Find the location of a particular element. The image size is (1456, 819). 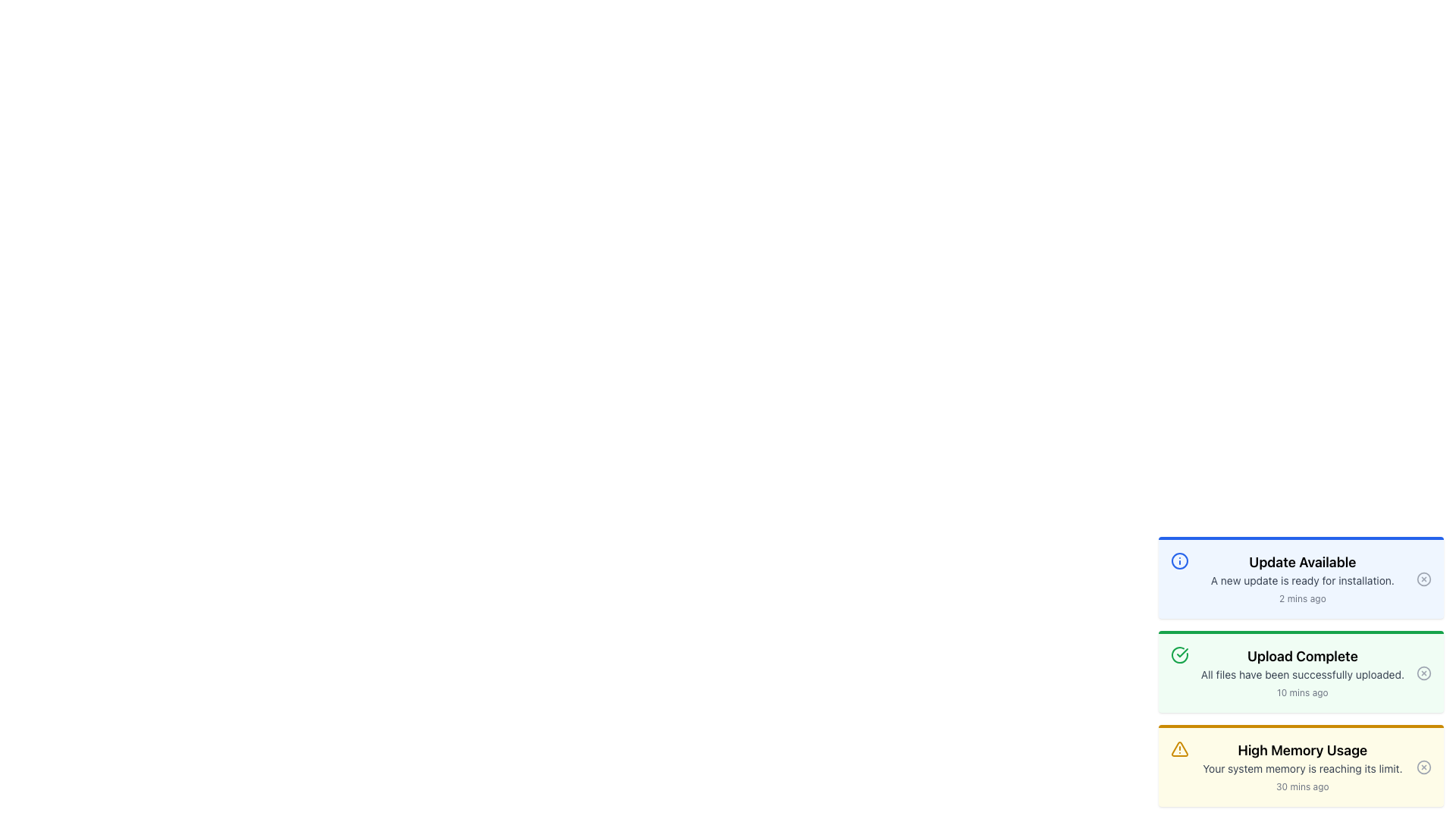

the notification text block that contains the title 'Update Available', the message 'A new update is ready for installation.', and the timestamp '2 mins ago', which is located in the bottom-right quadrant of the interface is located at coordinates (1301, 579).